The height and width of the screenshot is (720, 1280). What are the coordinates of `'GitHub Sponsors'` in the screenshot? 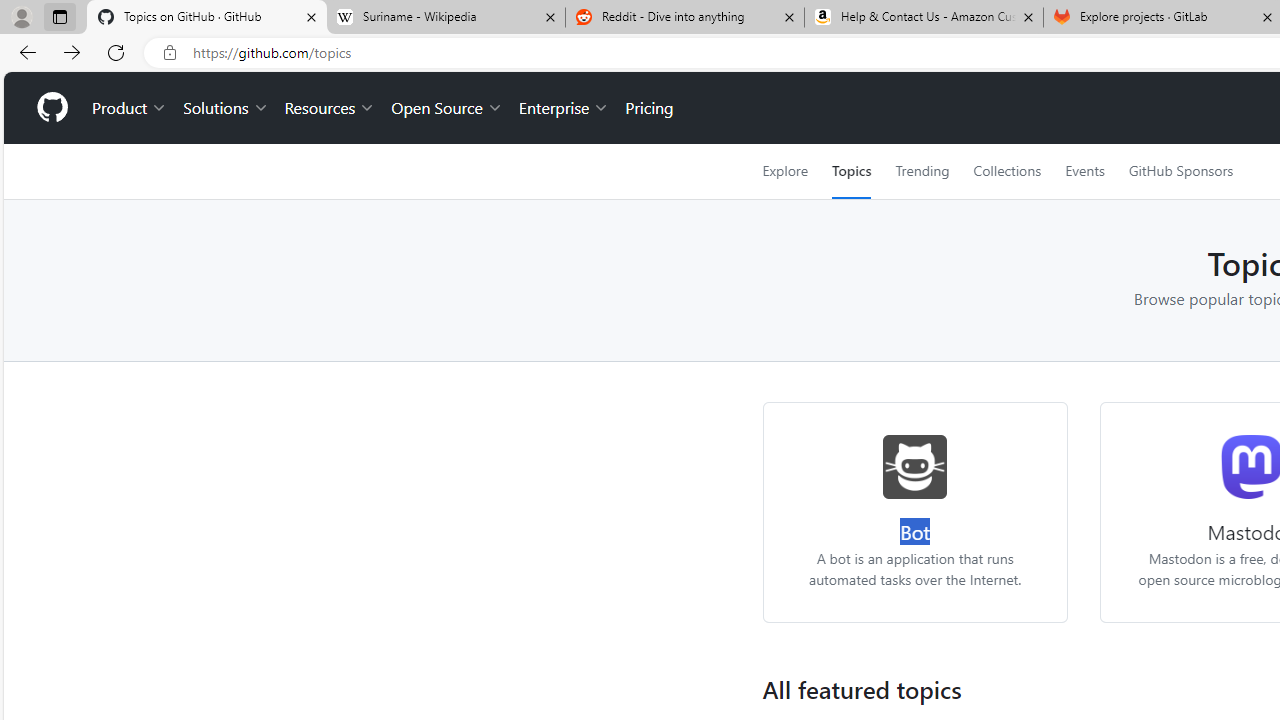 It's located at (1180, 170).